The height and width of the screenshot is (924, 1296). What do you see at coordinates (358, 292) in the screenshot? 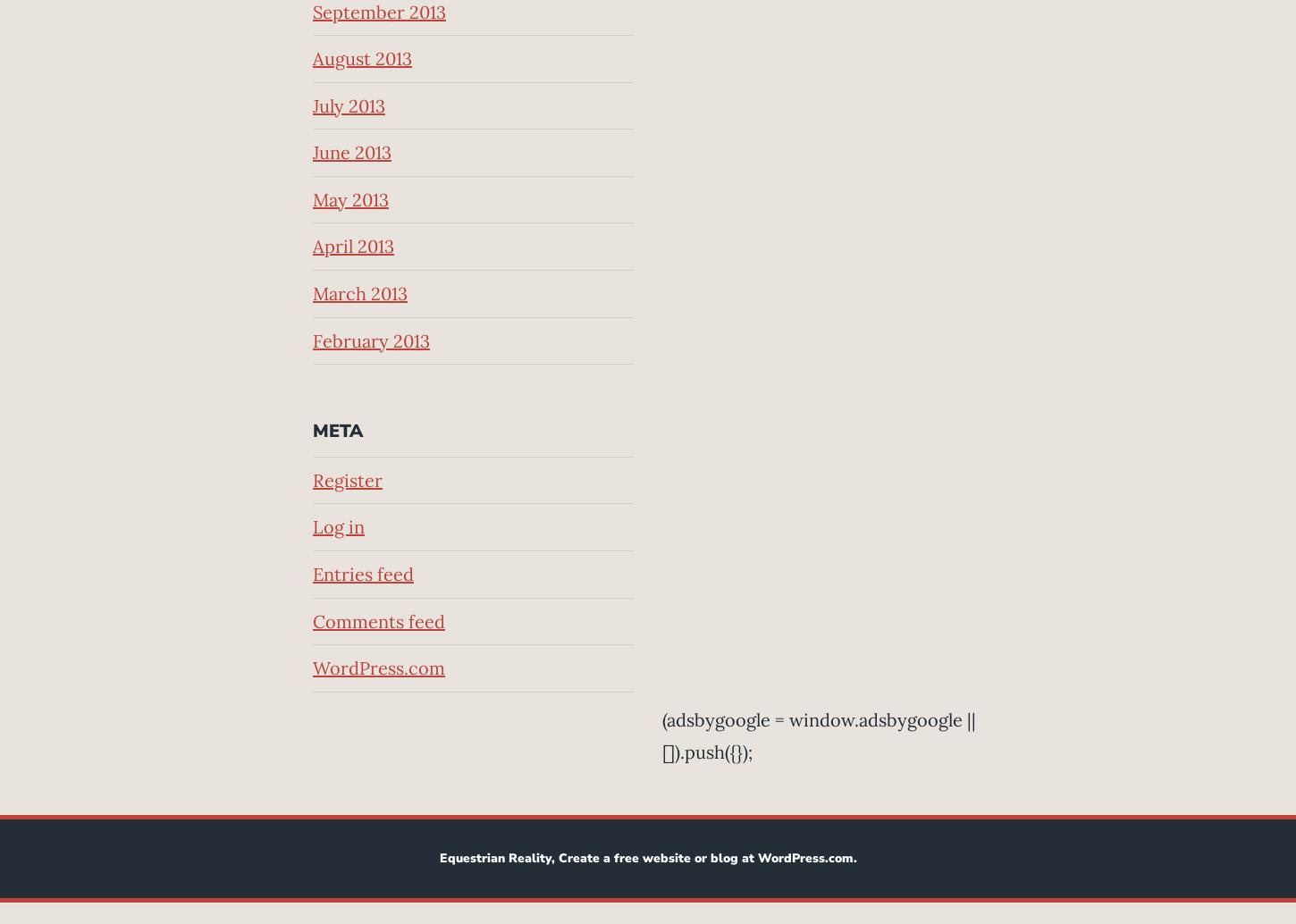
I see `'March 2013'` at bounding box center [358, 292].